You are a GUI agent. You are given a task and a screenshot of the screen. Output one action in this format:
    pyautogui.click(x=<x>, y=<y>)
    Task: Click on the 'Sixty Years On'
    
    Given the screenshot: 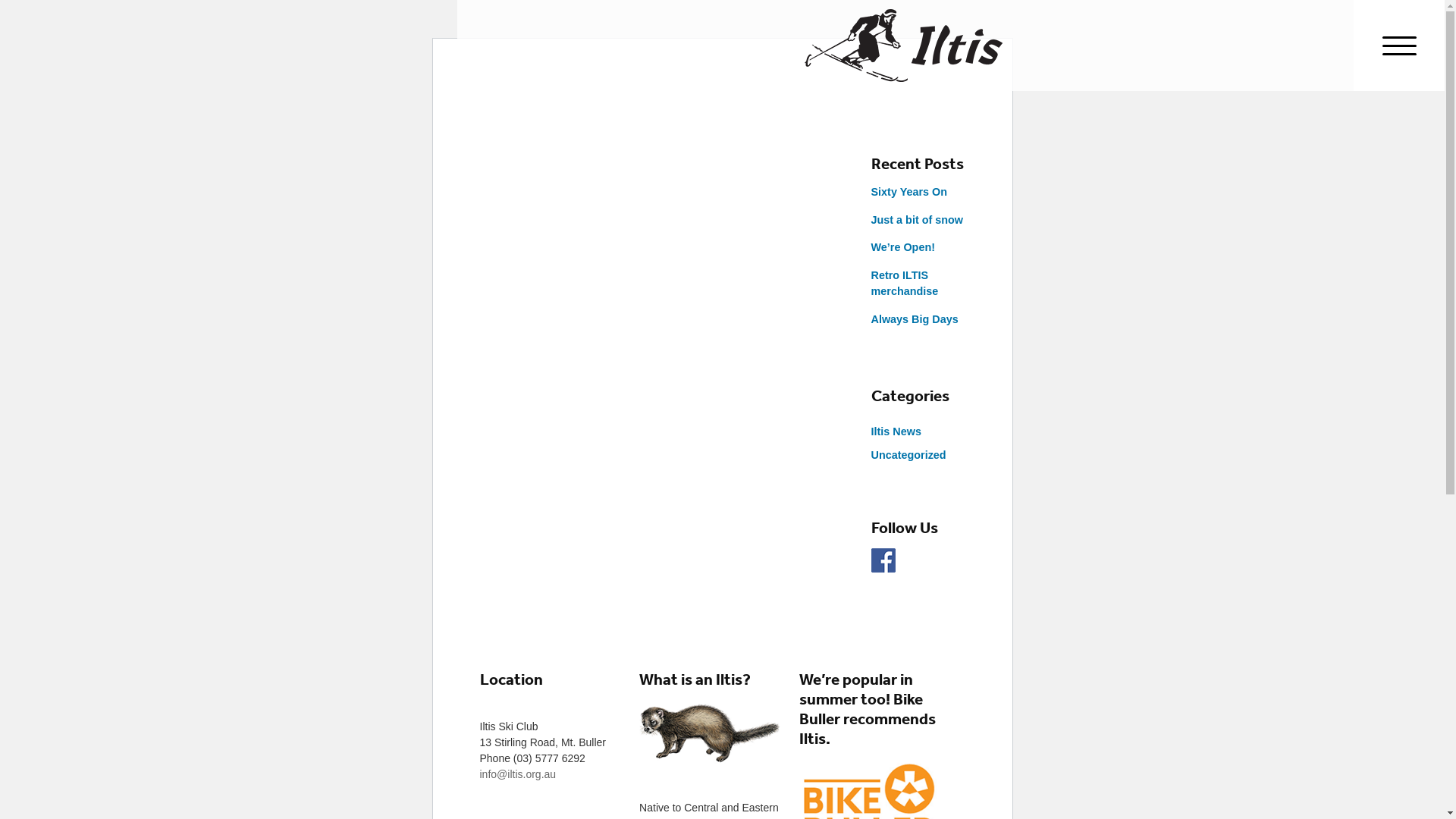 What is the action you would take?
    pyautogui.click(x=870, y=191)
    